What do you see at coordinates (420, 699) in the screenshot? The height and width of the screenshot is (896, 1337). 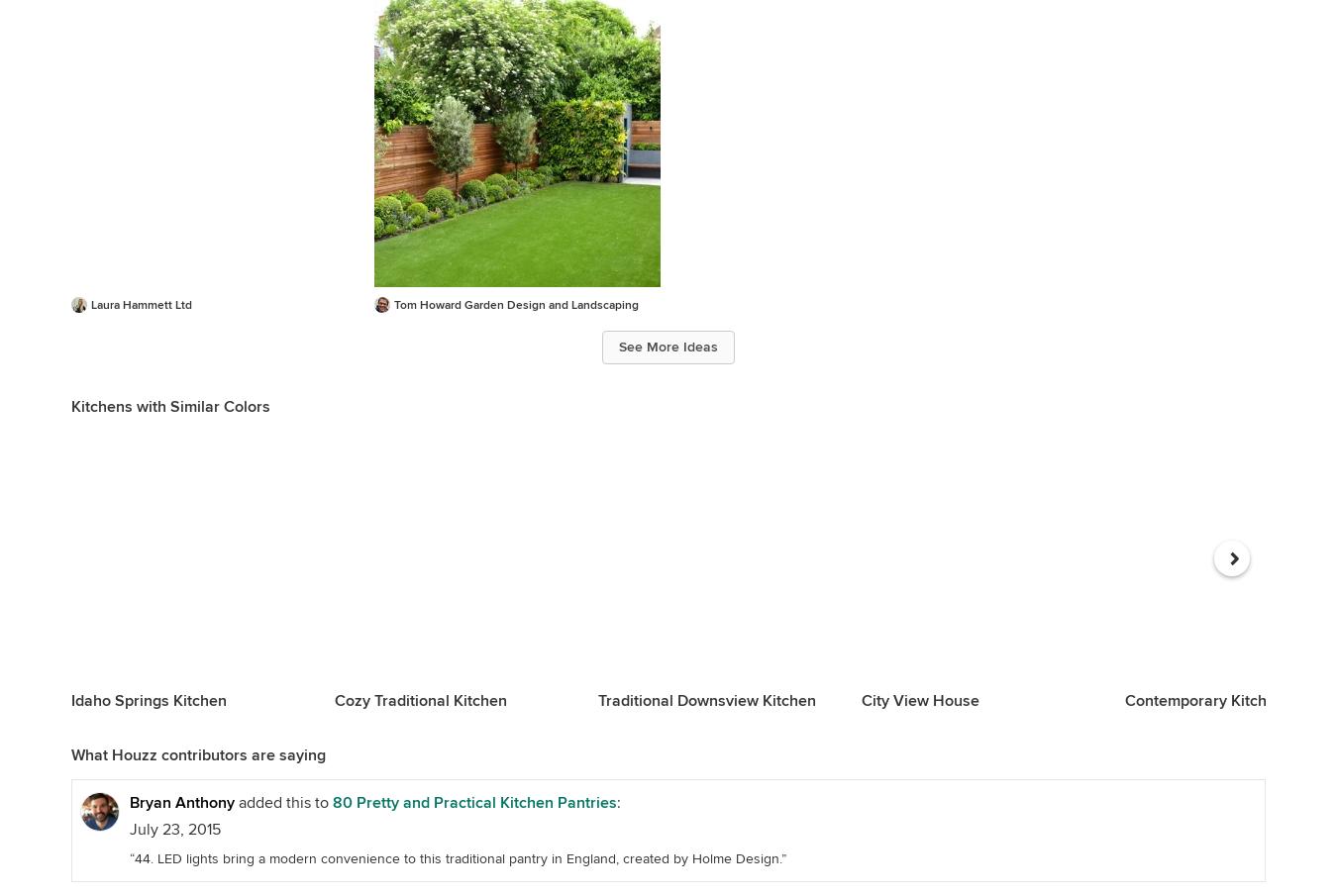 I see `'Cozy Traditional Kitchen'` at bounding box center [420, 699].